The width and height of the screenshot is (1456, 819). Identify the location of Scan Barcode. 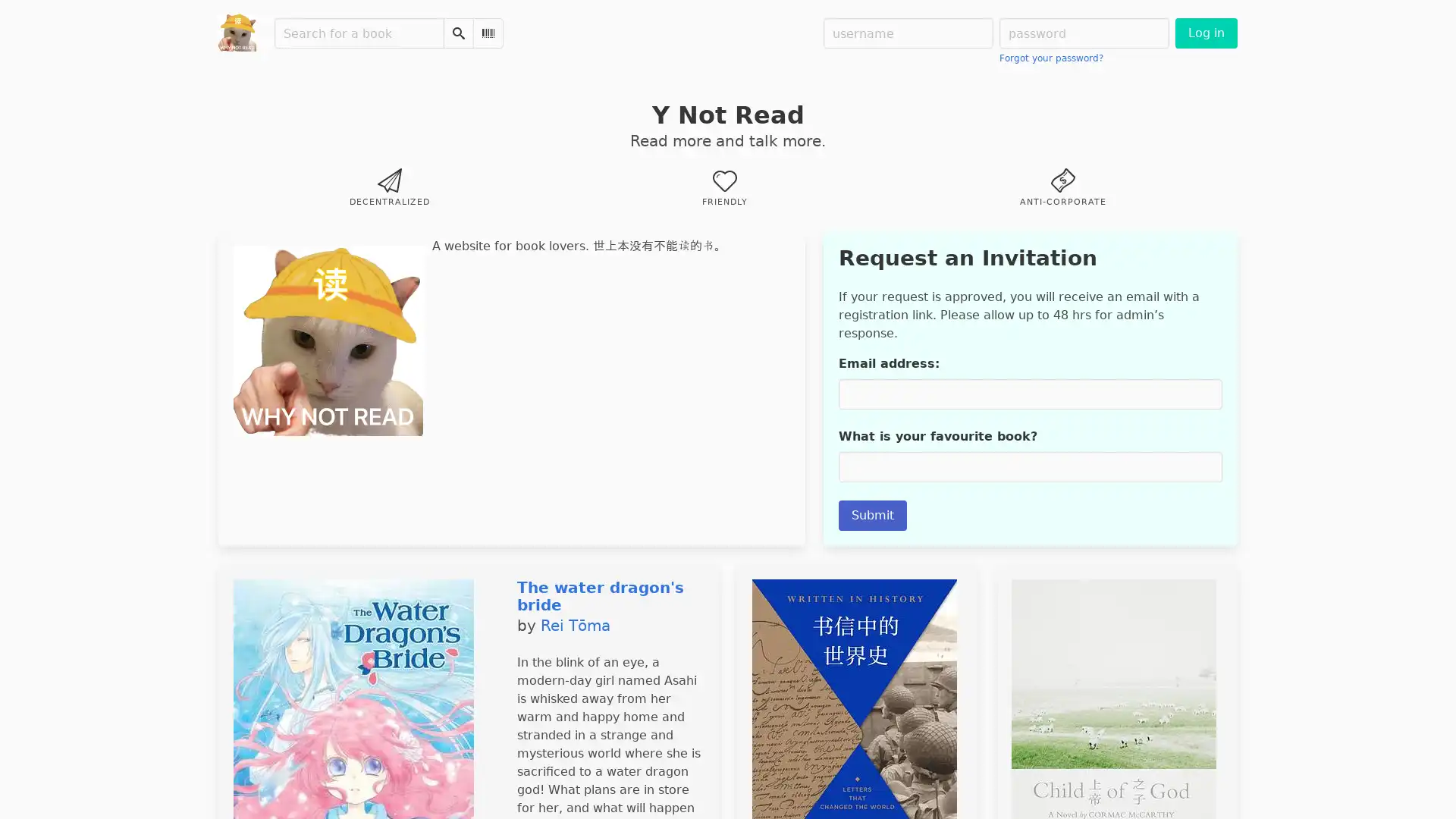
(488, 33).